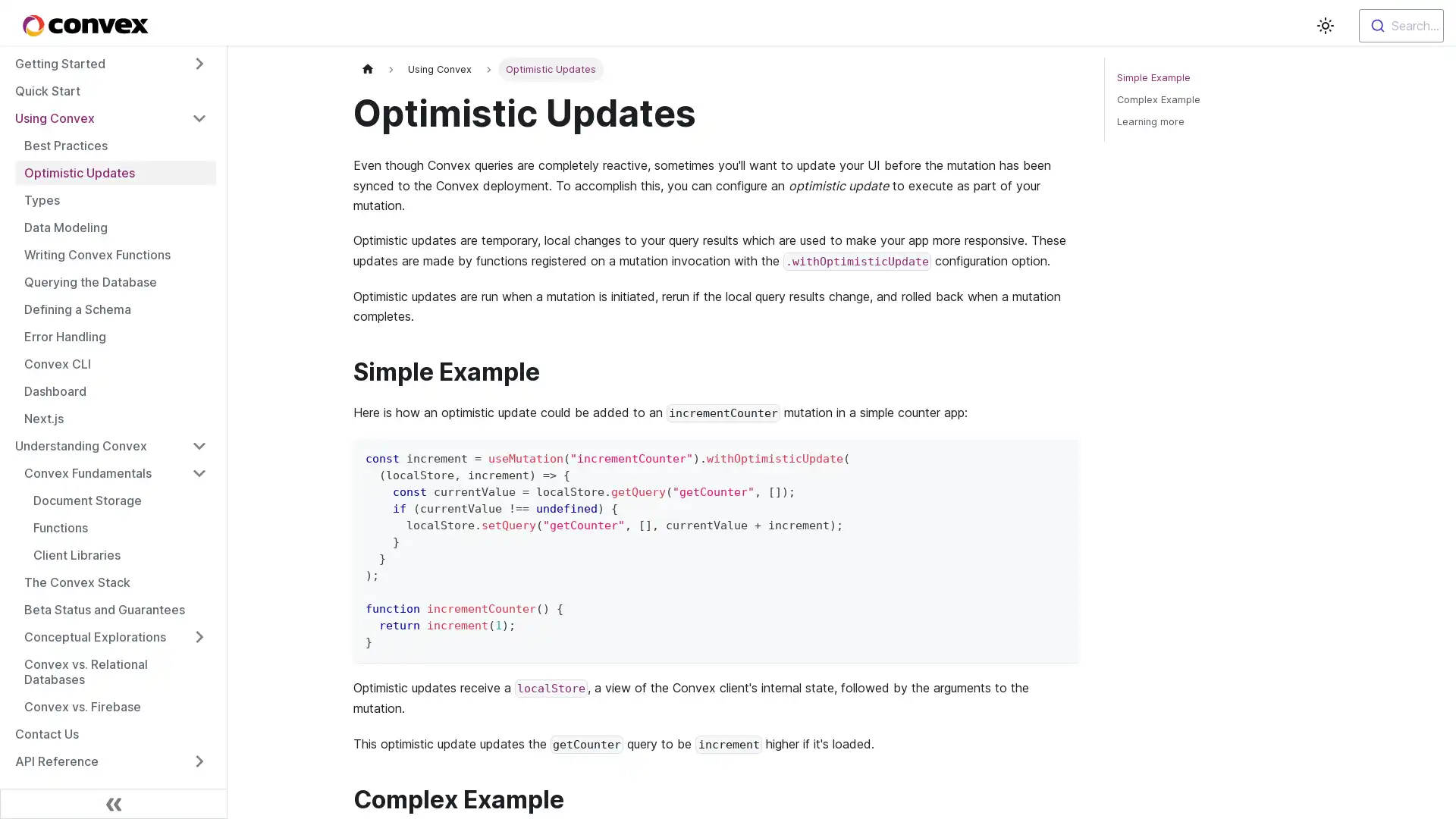 The image size is (1456, 819). I want to click on Toggle the collapsible sidebar category 'Conceptual Explorations', so click(199, 637).